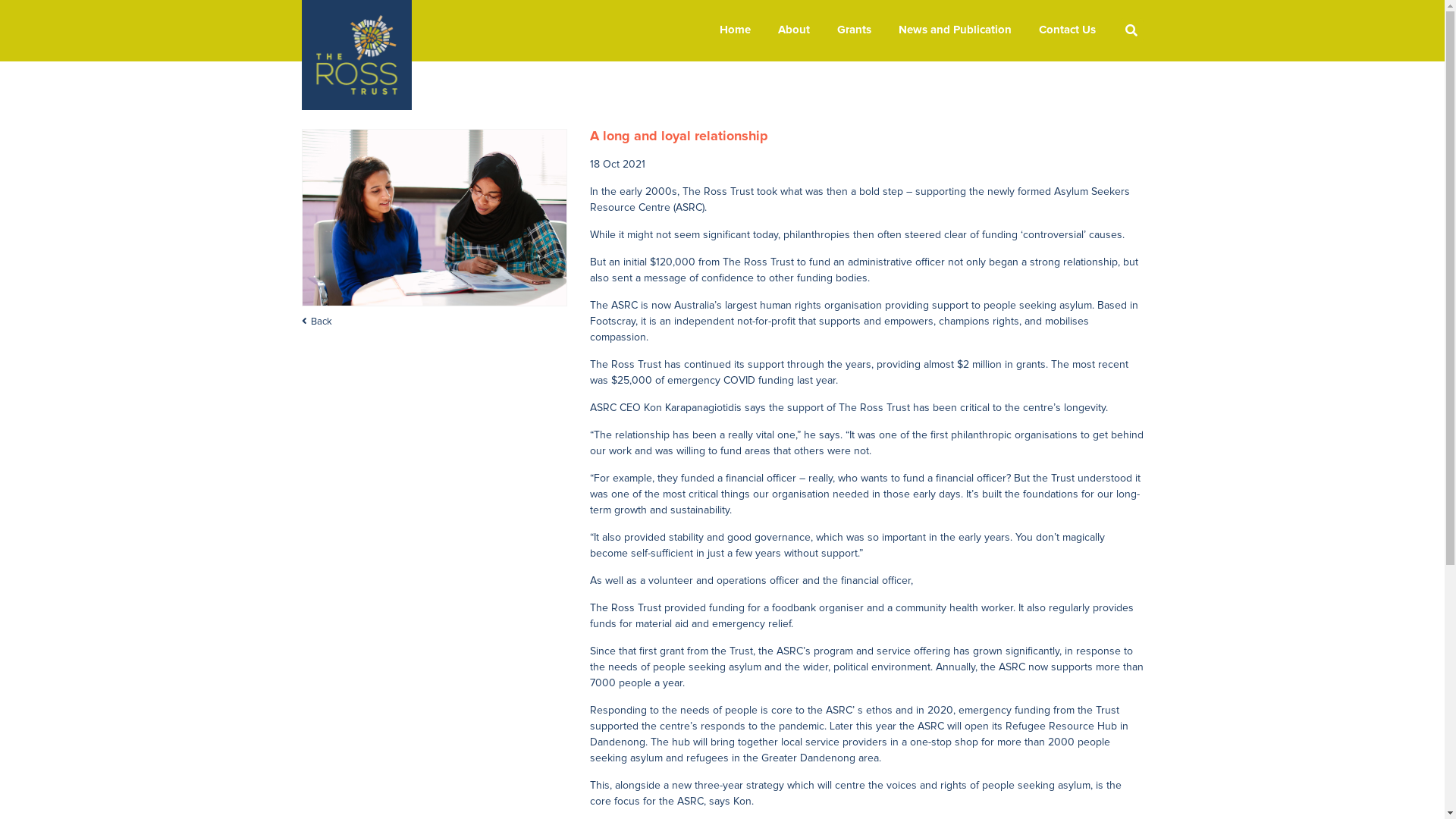  What do you see at coordinates (854, 30) in the screenshot?
I see `'Grants'` at bounding box center [854, 30].